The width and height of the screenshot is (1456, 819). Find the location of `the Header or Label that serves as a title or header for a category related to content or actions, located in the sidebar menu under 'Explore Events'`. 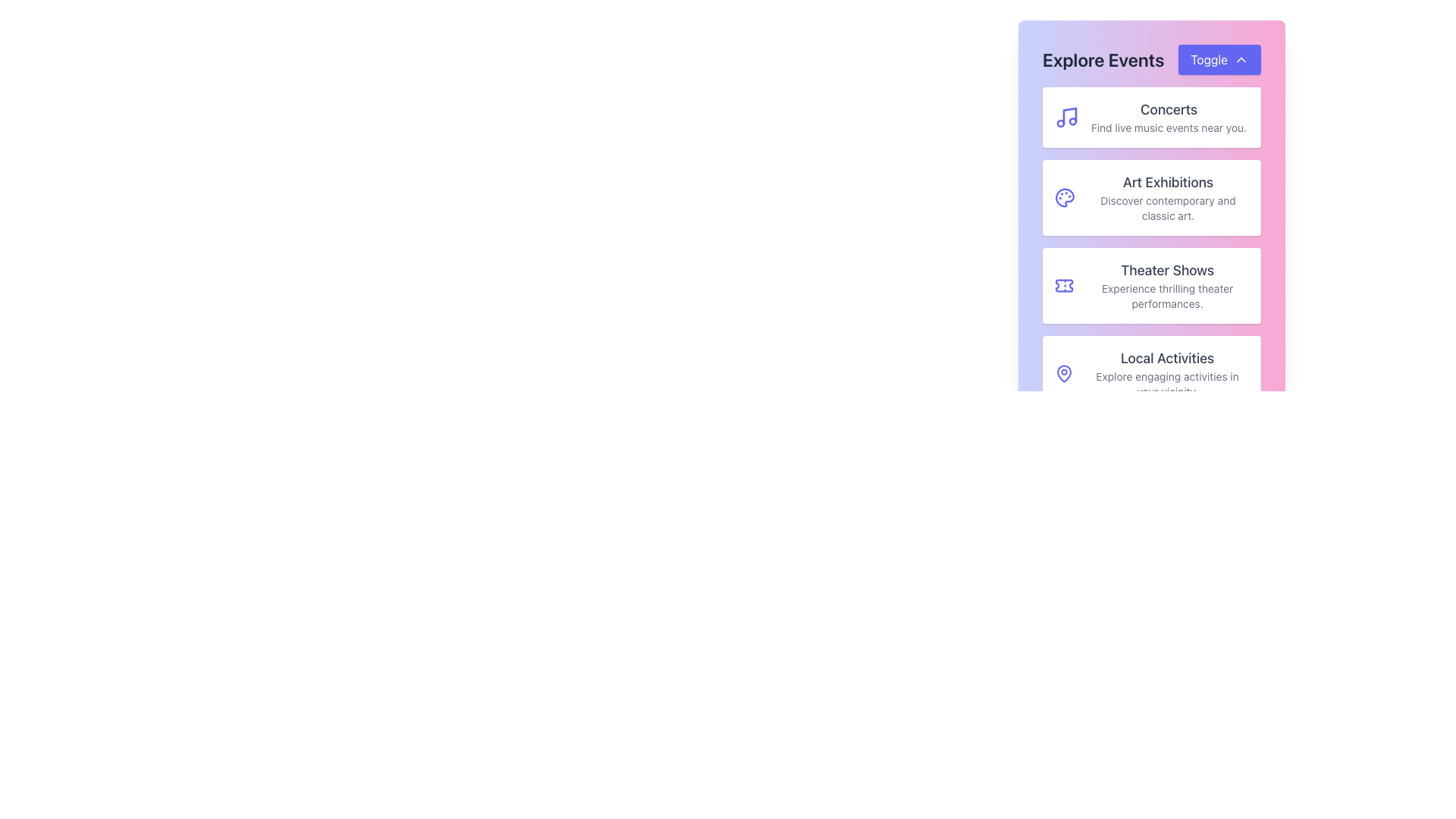

the Header or Label that serves as a title or header for a category related to content or actions, located in the sidebar menu under 'Explore Events' is located at coordinates (1168, 109).